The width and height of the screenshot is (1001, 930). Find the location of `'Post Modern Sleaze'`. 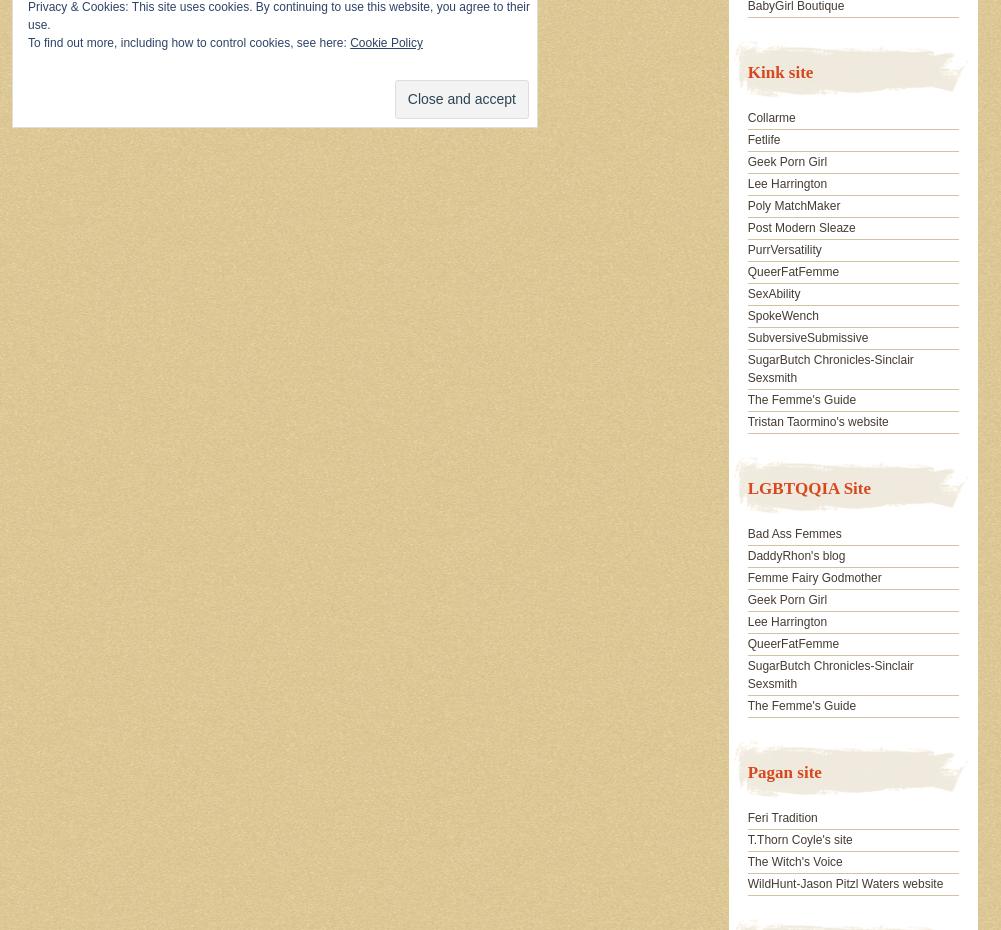

'Post Modern Sleaze' is located at coordinates (747, 227).